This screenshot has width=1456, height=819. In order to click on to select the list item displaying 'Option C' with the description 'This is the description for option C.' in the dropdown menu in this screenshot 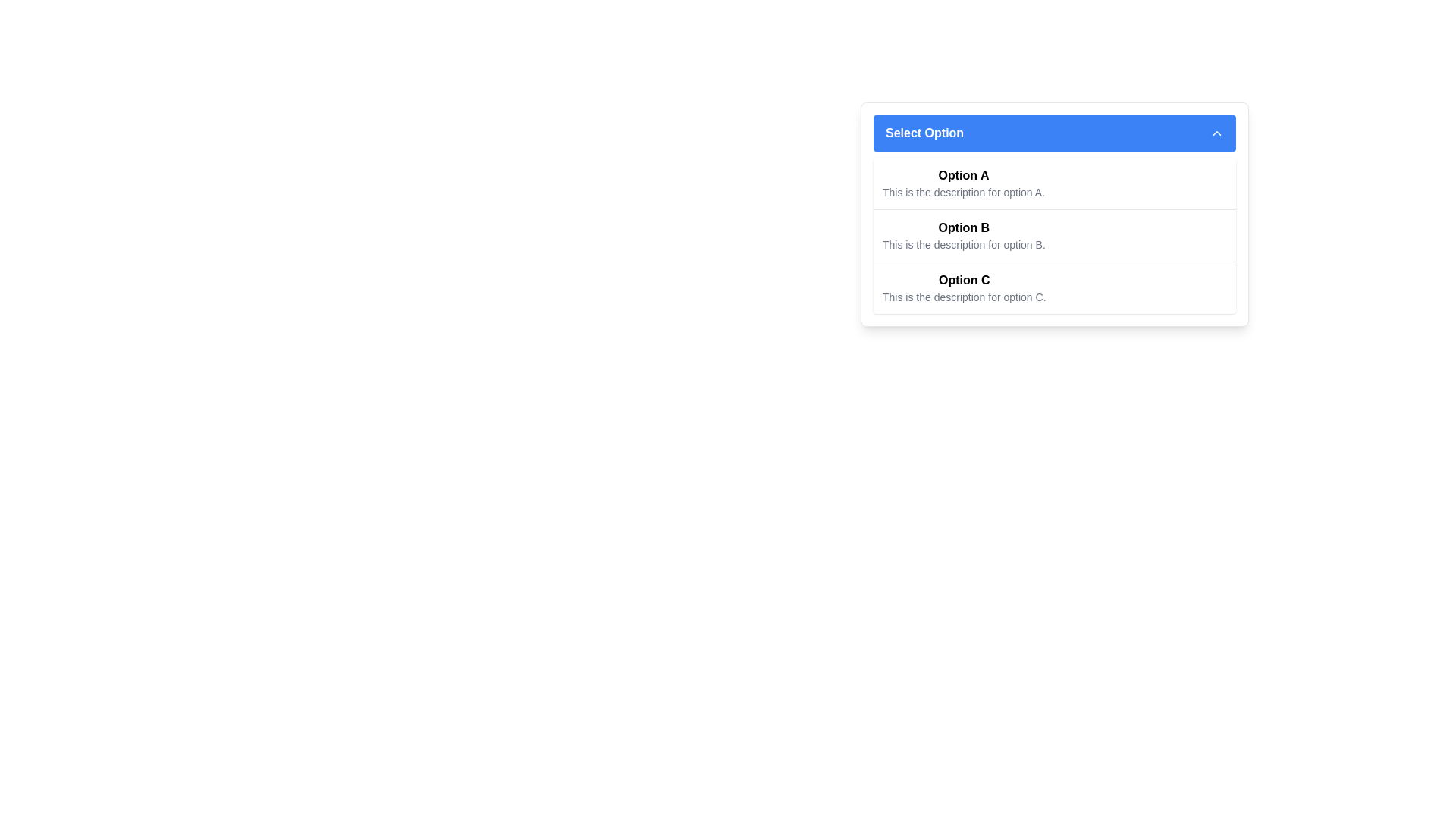, I will do `click(1054, 288)`.